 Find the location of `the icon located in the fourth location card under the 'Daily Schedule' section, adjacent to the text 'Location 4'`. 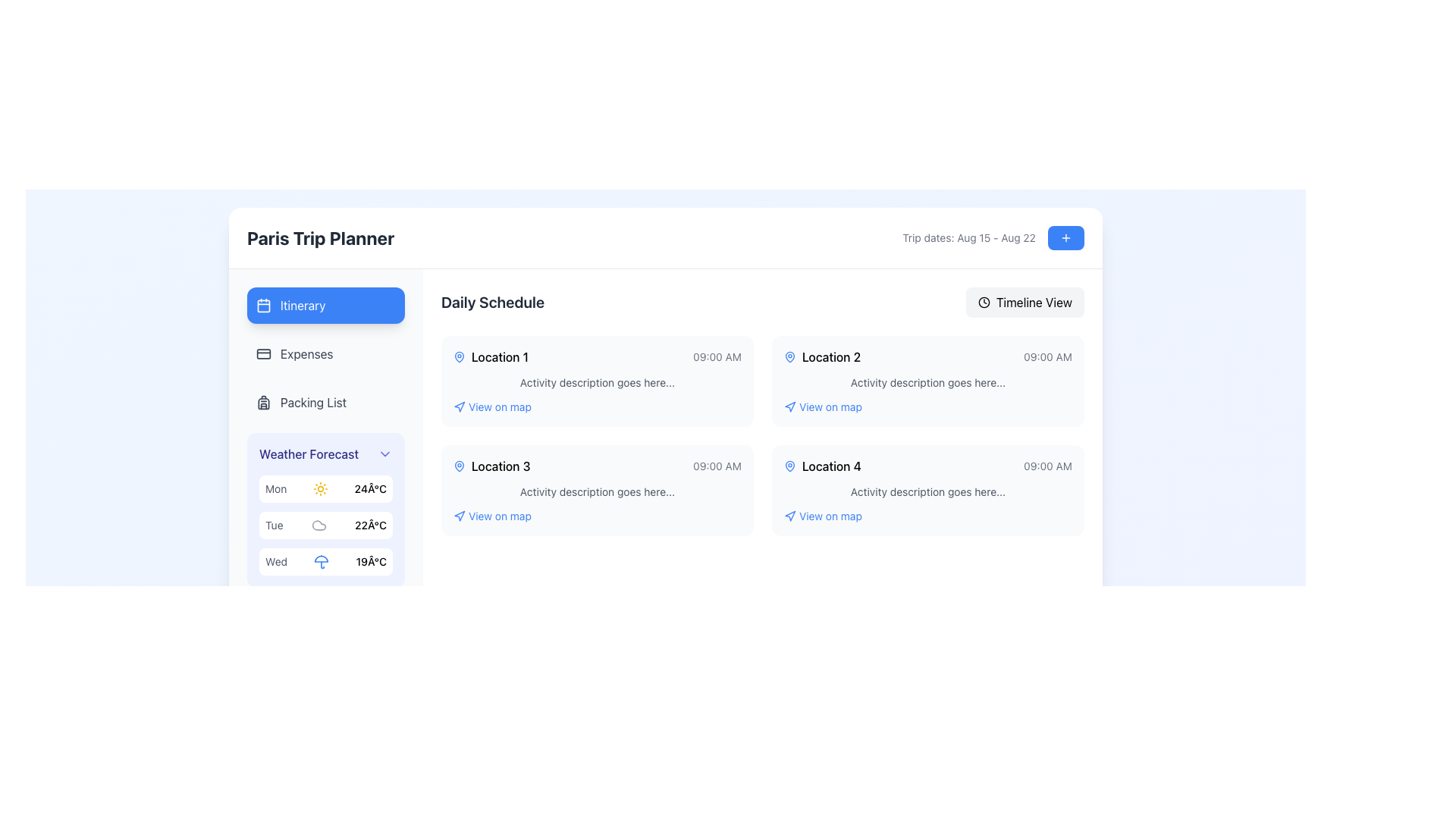

the icon located in the fourth location card under the 'Daily Schedule' section, adjacent to the text 'Location 4' is located at coordinates (789, 465).